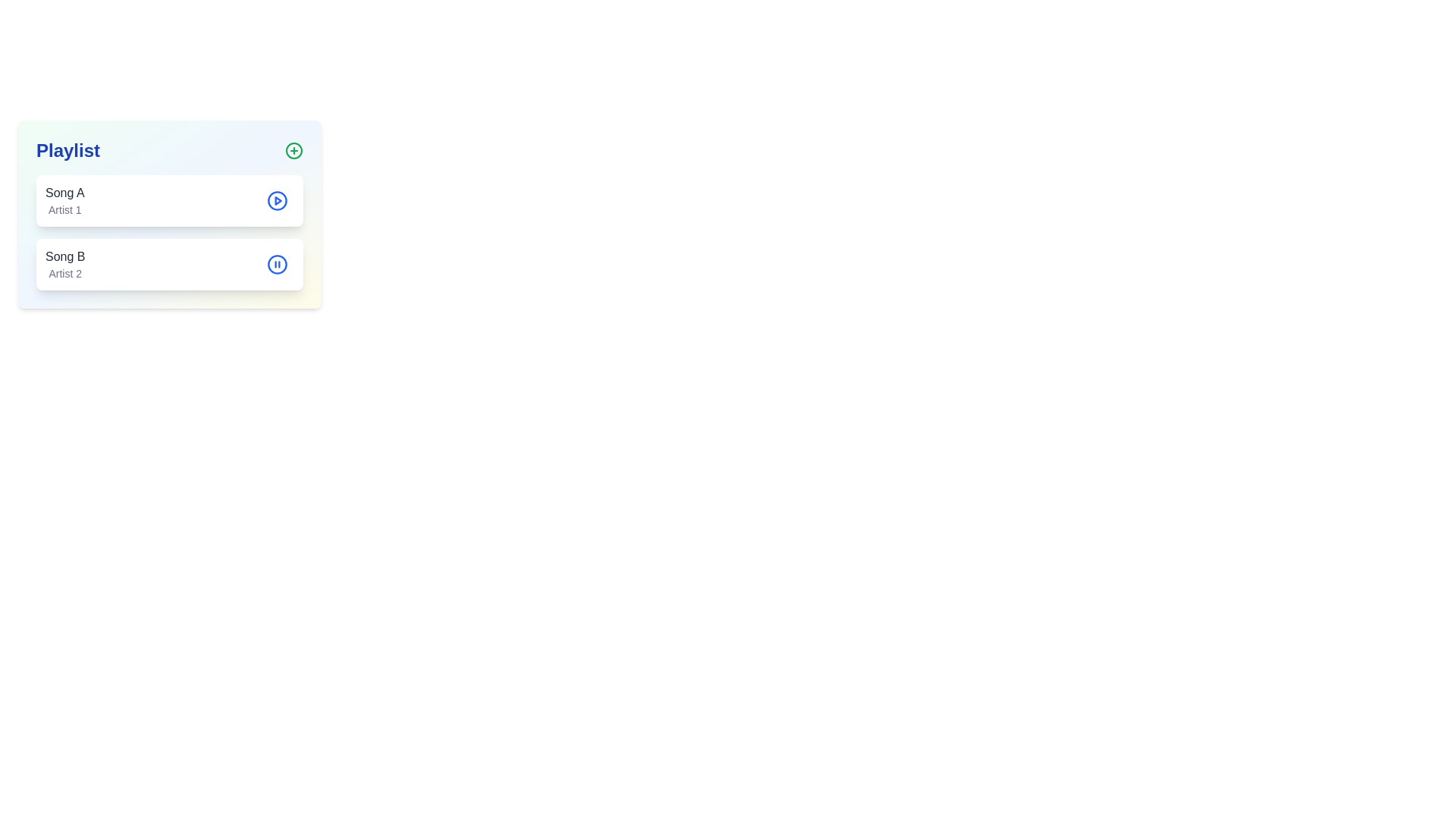  Describe the element at coordinates (277, 263) in the screenshot. I see `the circular pause button with a blue outline located to the right of the 'Song B' card in the playlist` at that location.